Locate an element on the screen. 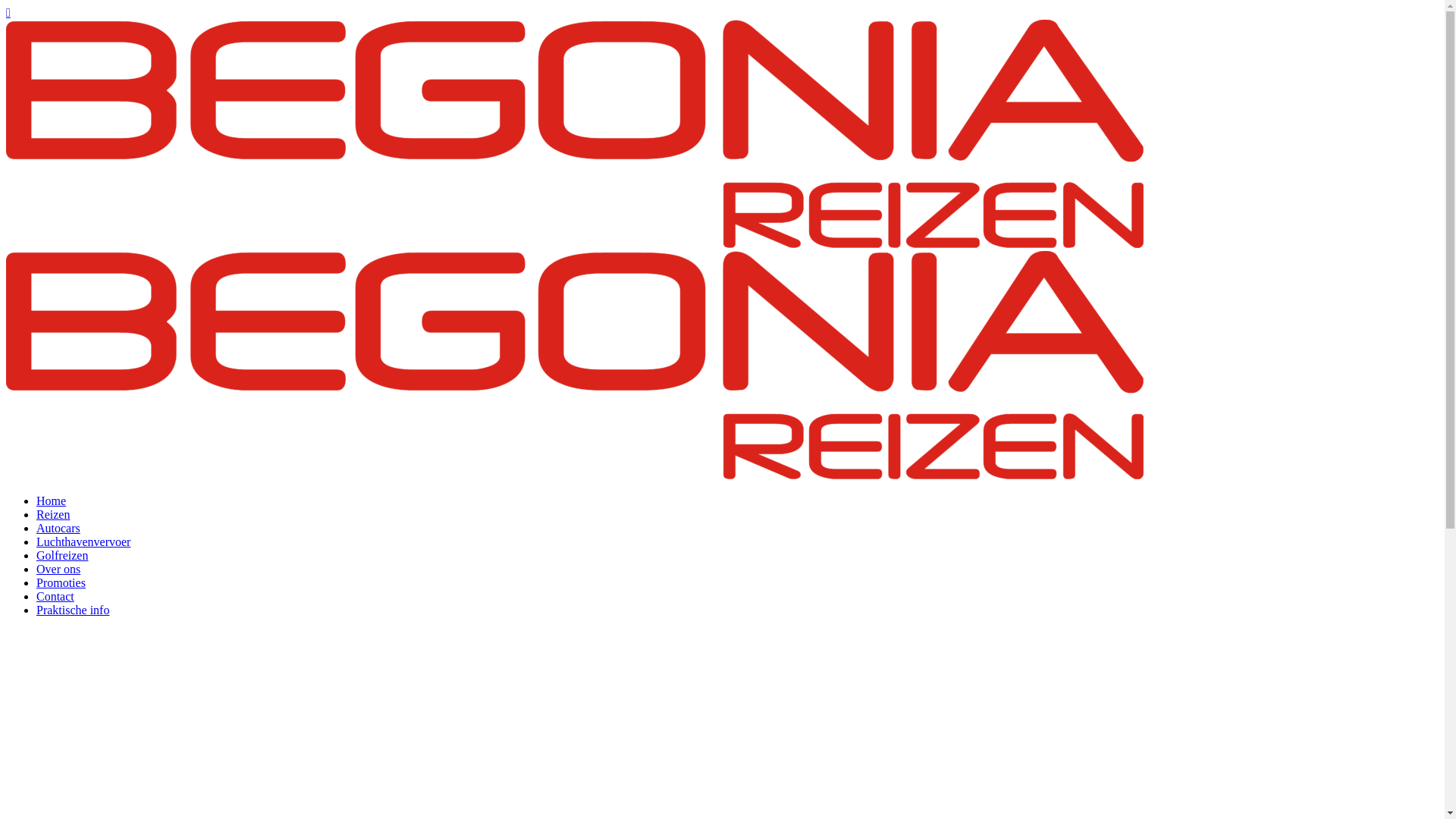  'Home' is located at coordinates (51, 500).